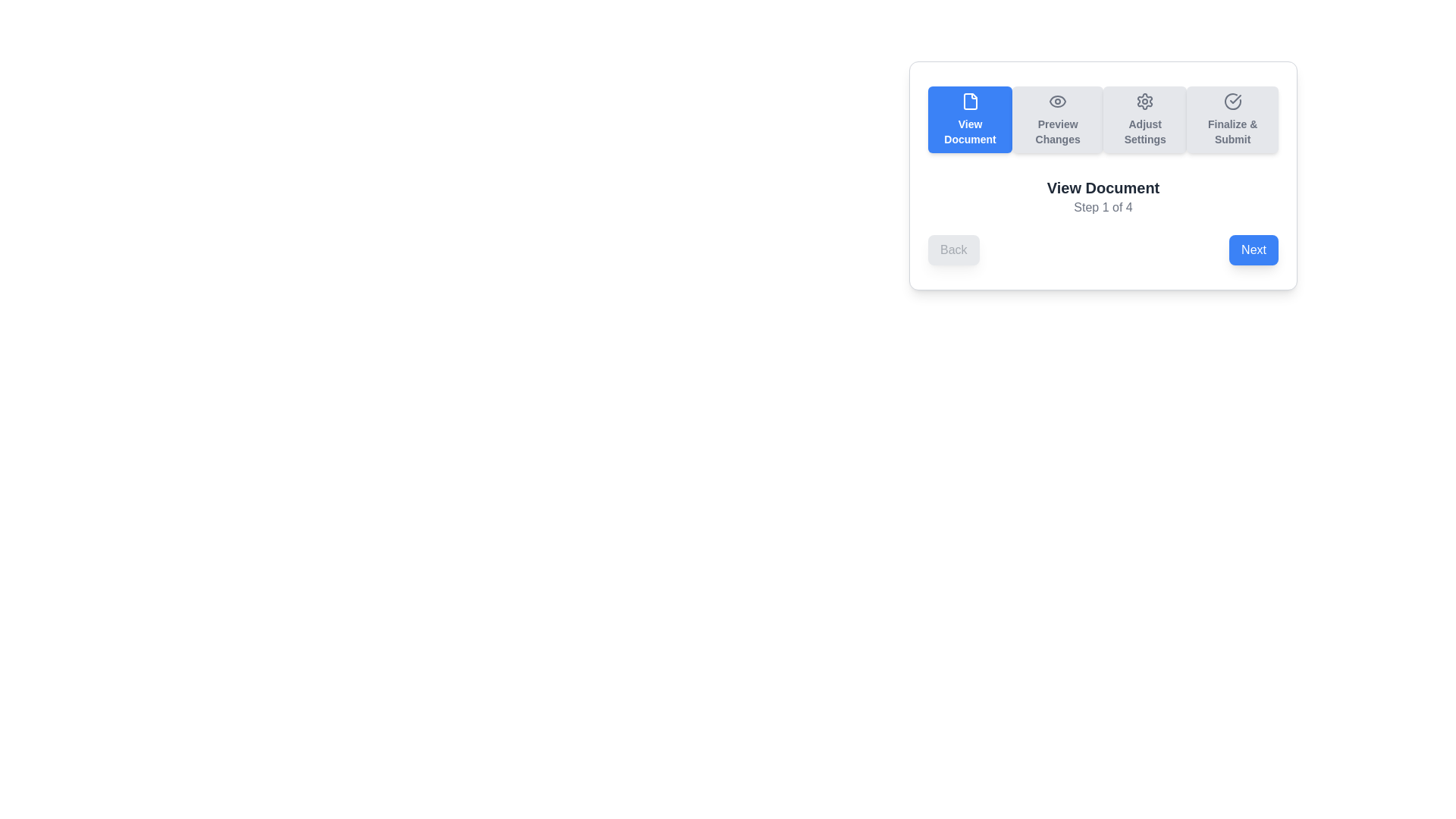 The height and width of the screenshot is (819, 1456). What do you see at coordinates (1057, 119) in the screenshot?
I see `the button corresponding to Preview Changes` at bounding box center [1057, 119].